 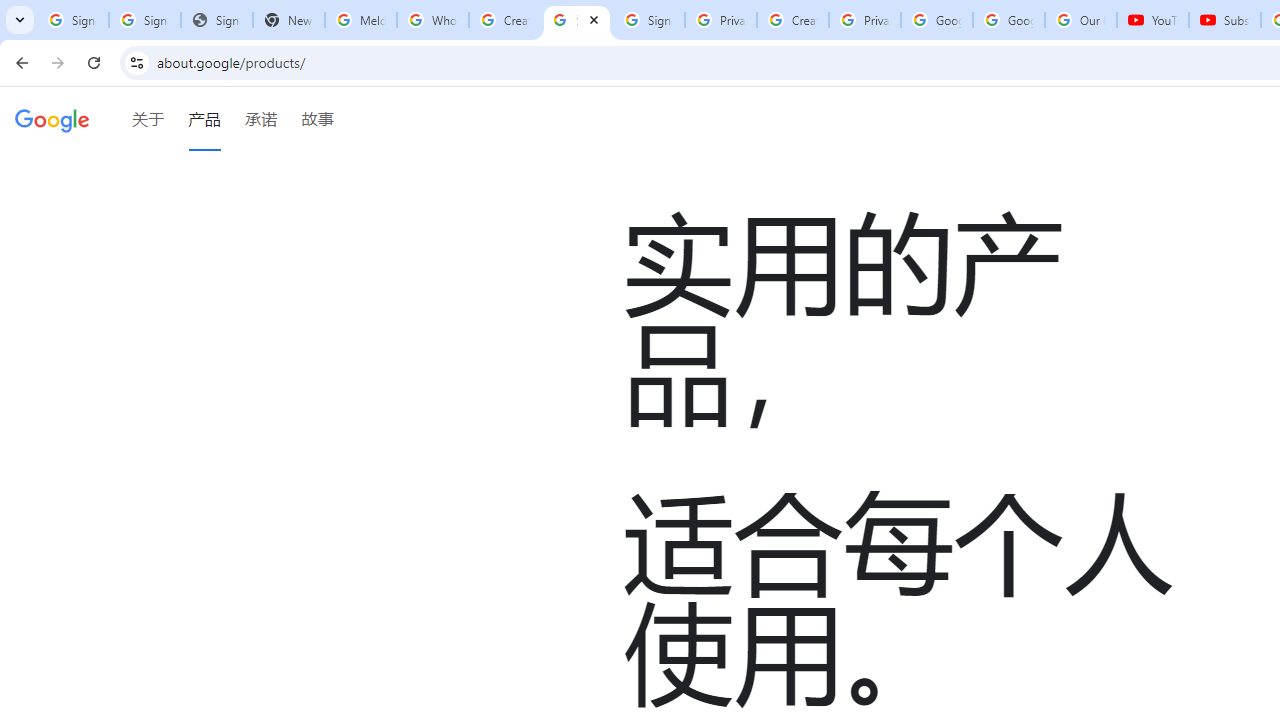 What do you see at coordinates (288, 20) in the screenshot?
I see `'New Tab'` at bounding box center [288, 20].